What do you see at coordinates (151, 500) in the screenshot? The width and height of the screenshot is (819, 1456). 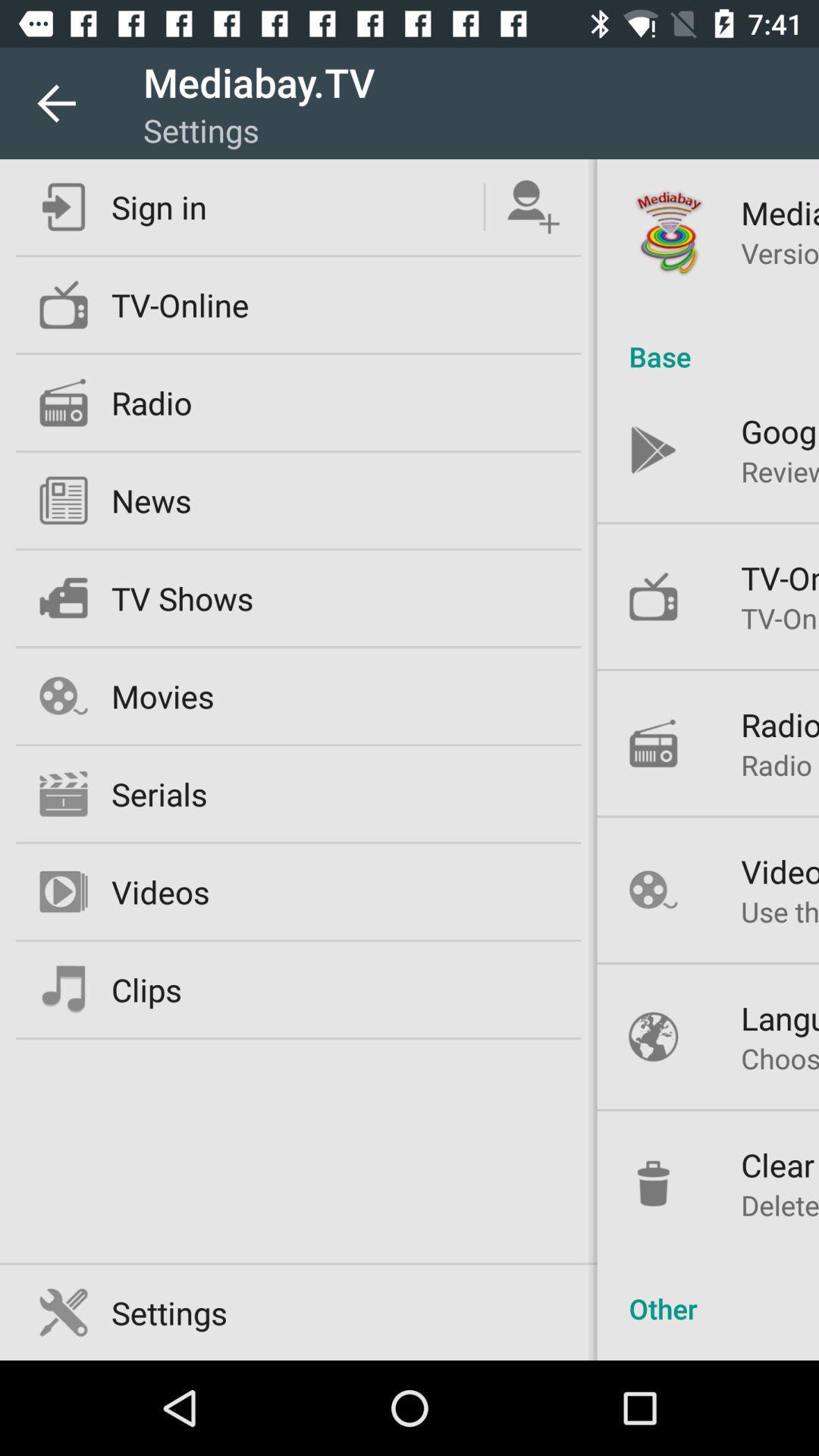 I see `news` at bounding box center [151, 500].